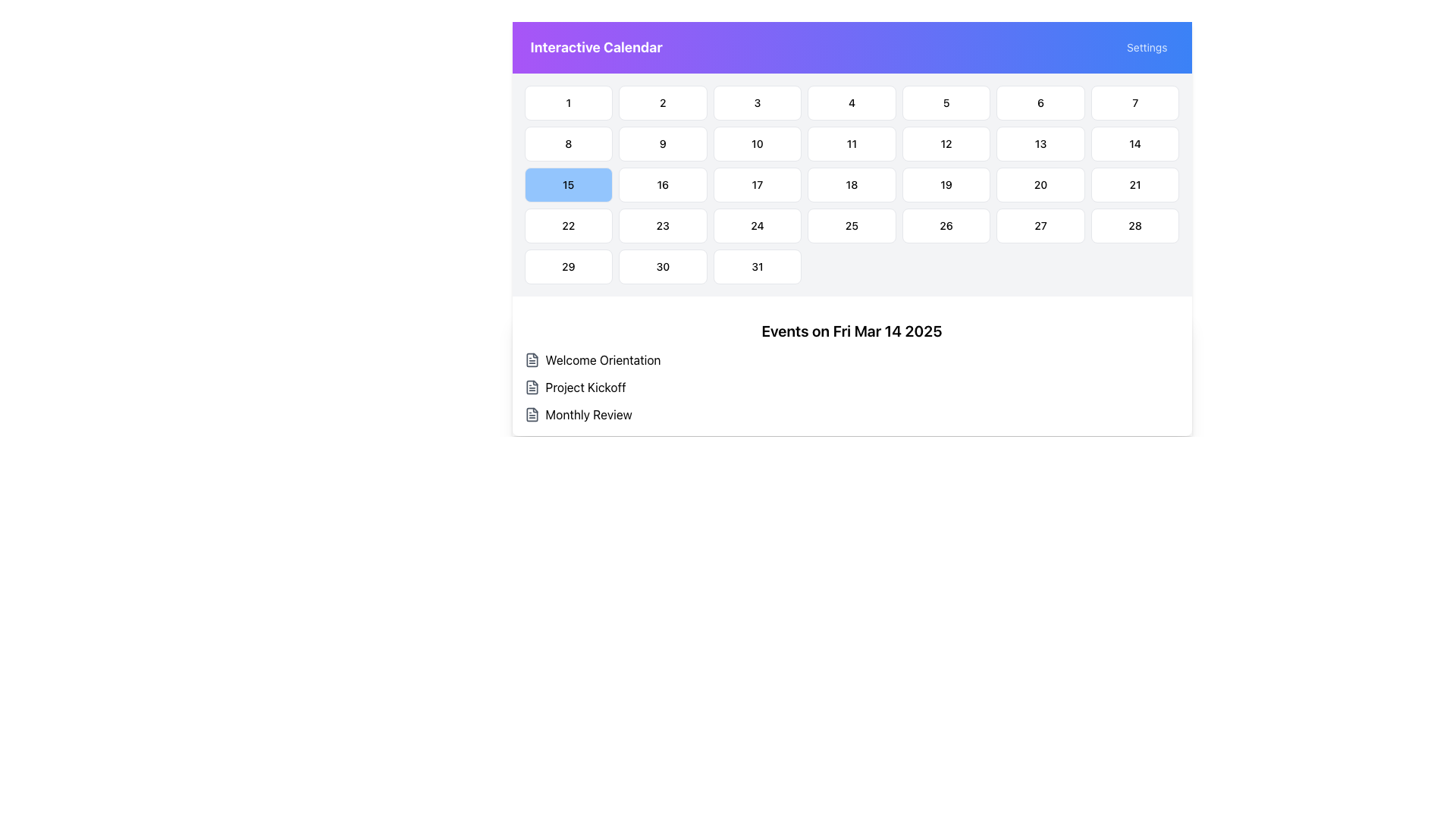  I want to click on the Calendar Date Tile for the date '15', which is a rounded rectangle with a blue background and bordered outline, so click(567, 184).